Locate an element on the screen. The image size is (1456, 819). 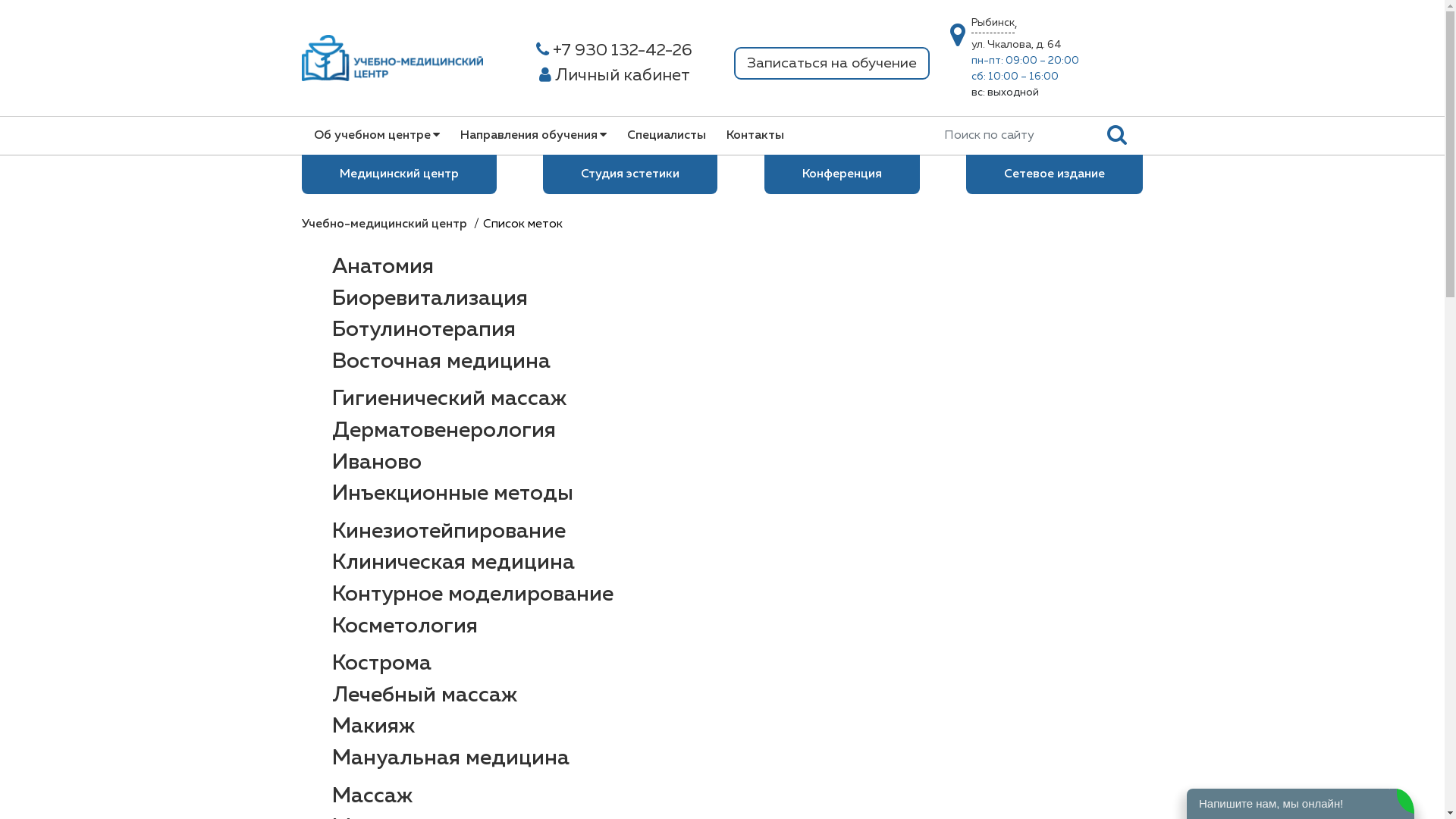
' +7 930 132-42-26' is located at coordinates (613, 50).